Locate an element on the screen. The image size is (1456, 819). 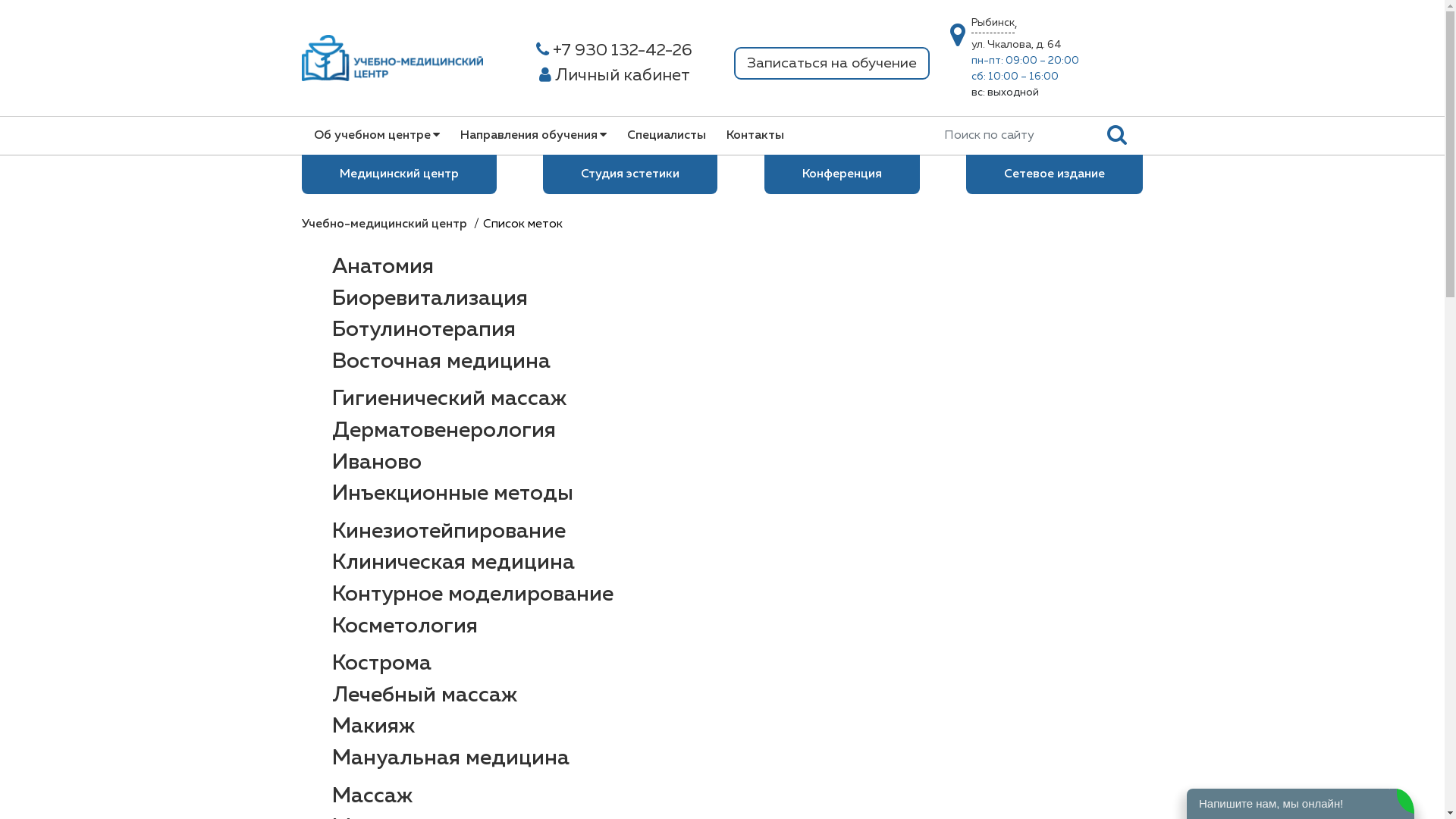
' +7 930 132-42-26' is located at coordinates (613, 50).